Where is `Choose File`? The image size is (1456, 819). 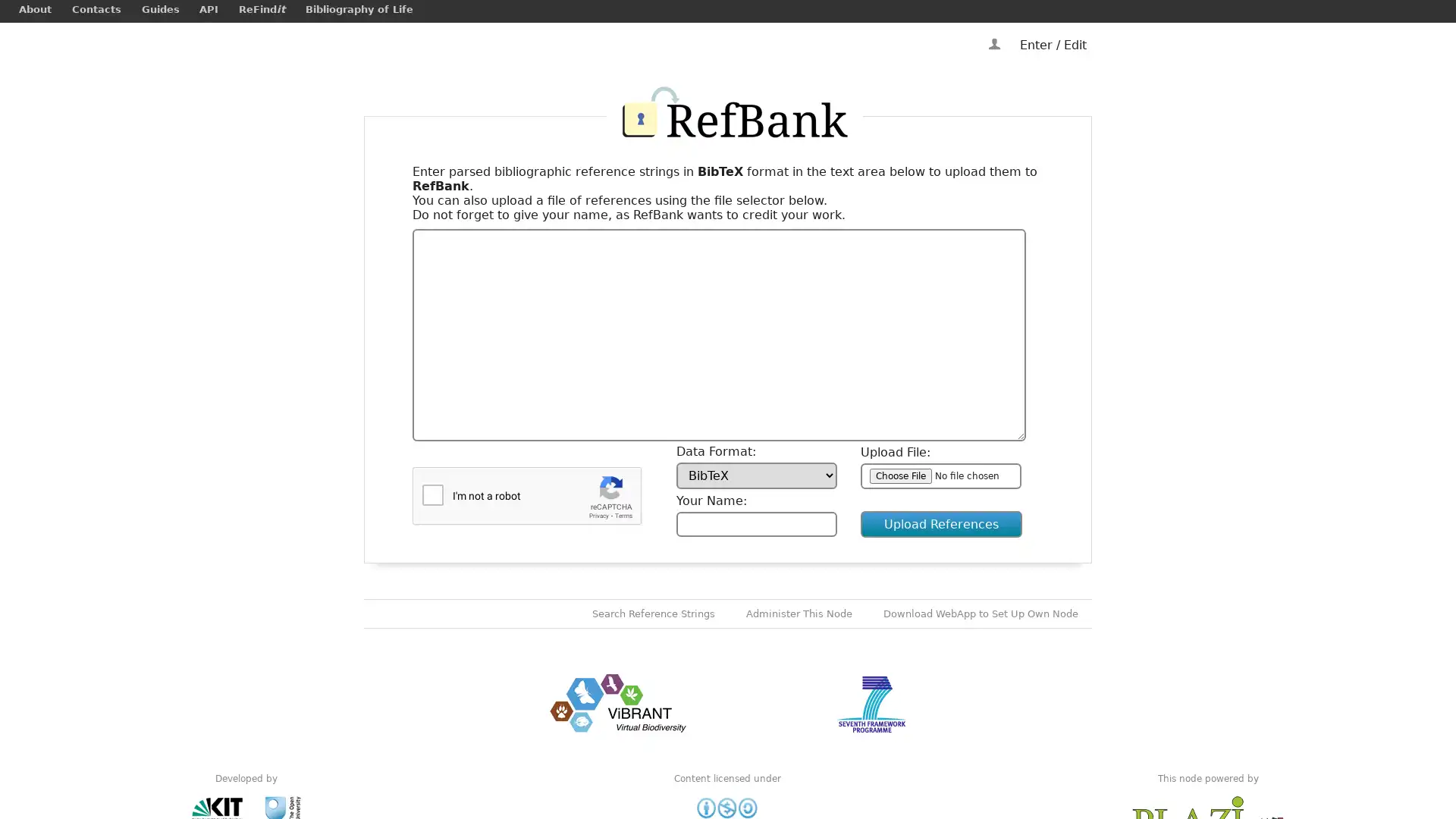 Choose File is located at coordinates (901, 475).